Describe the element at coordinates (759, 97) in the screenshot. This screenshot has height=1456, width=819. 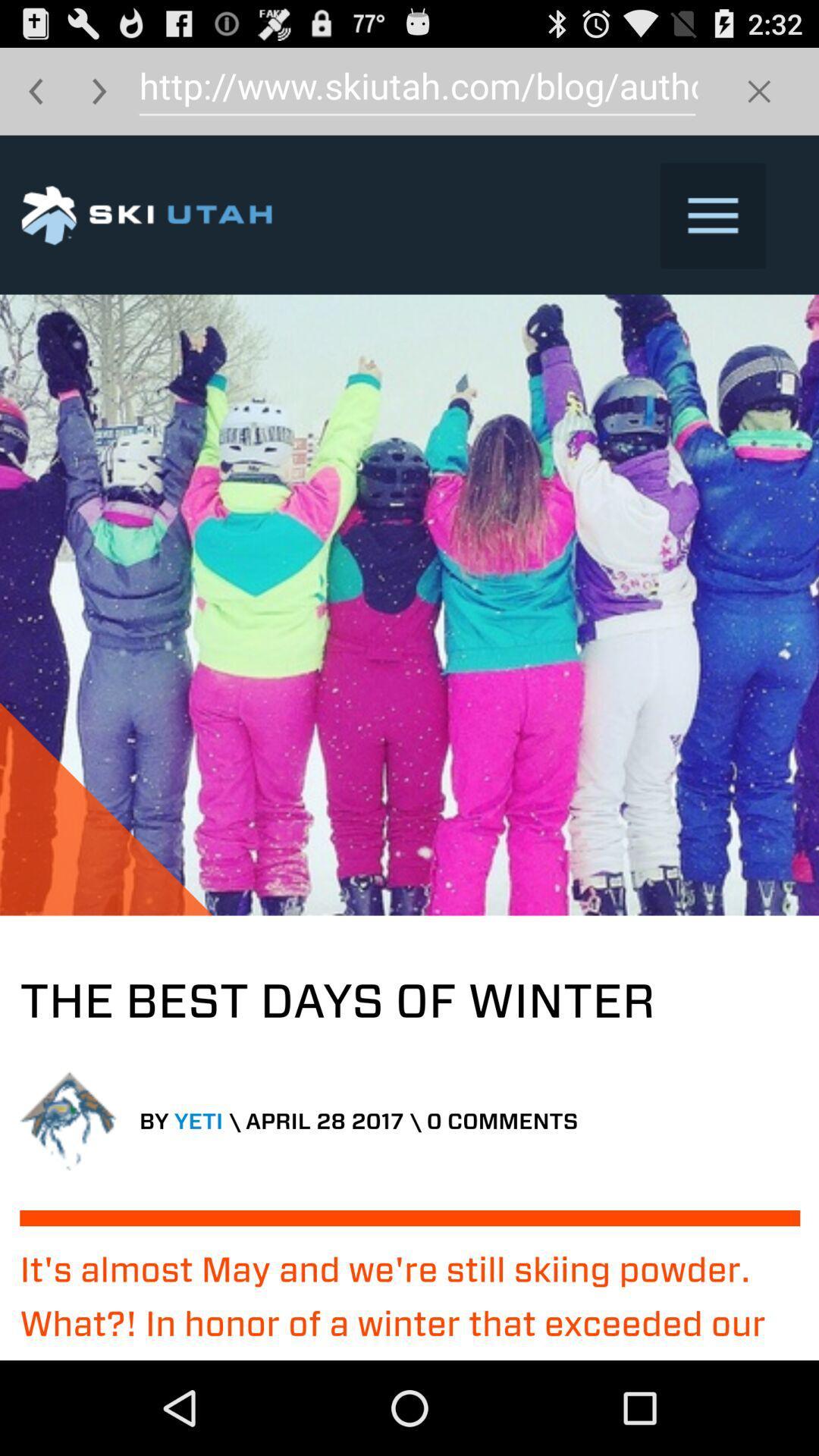
I see `the close icon` at that location.